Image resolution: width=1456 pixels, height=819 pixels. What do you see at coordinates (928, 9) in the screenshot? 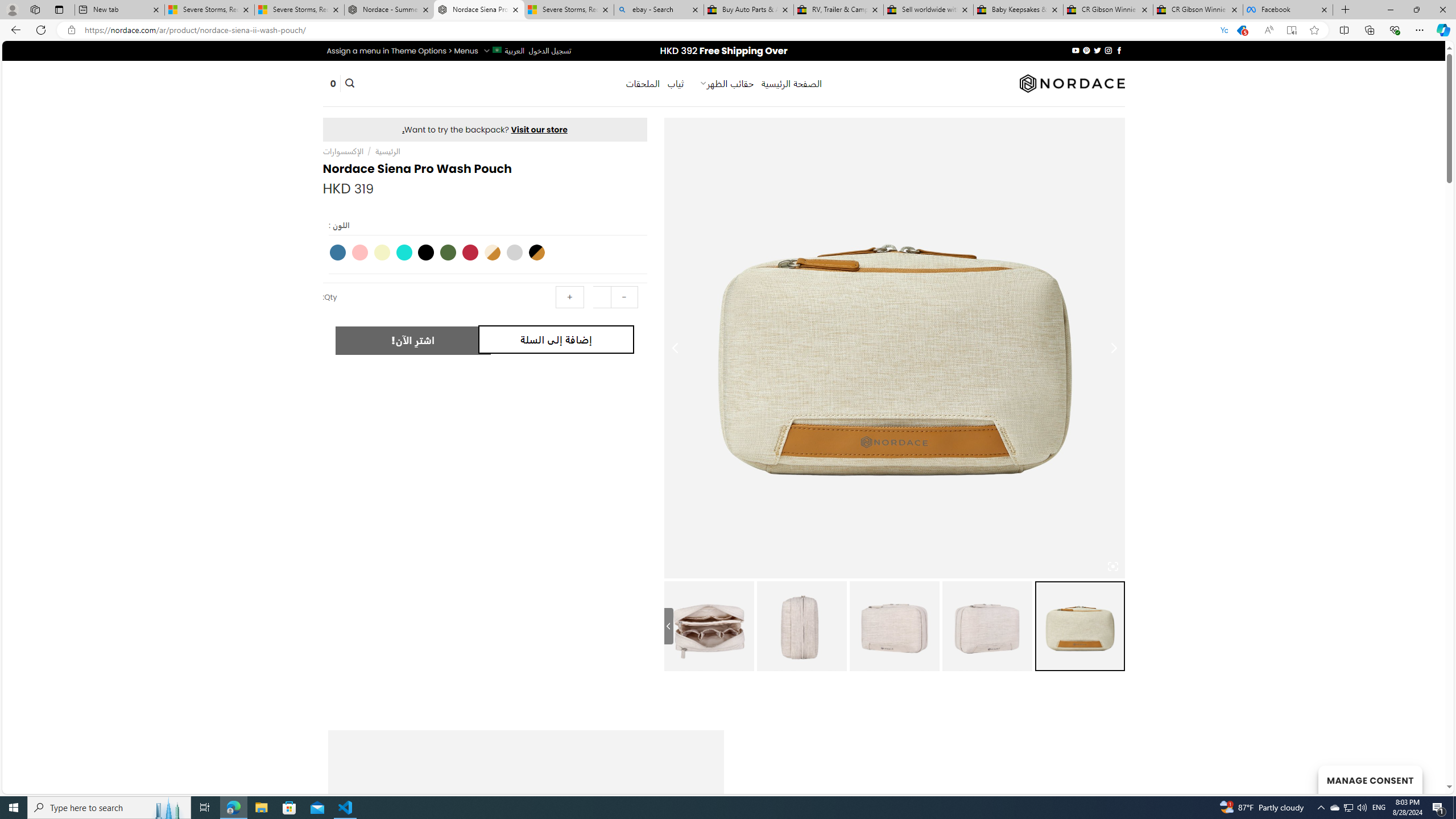
I see `'Sell worldwide with eBay'` at bounding box center [928, 9].